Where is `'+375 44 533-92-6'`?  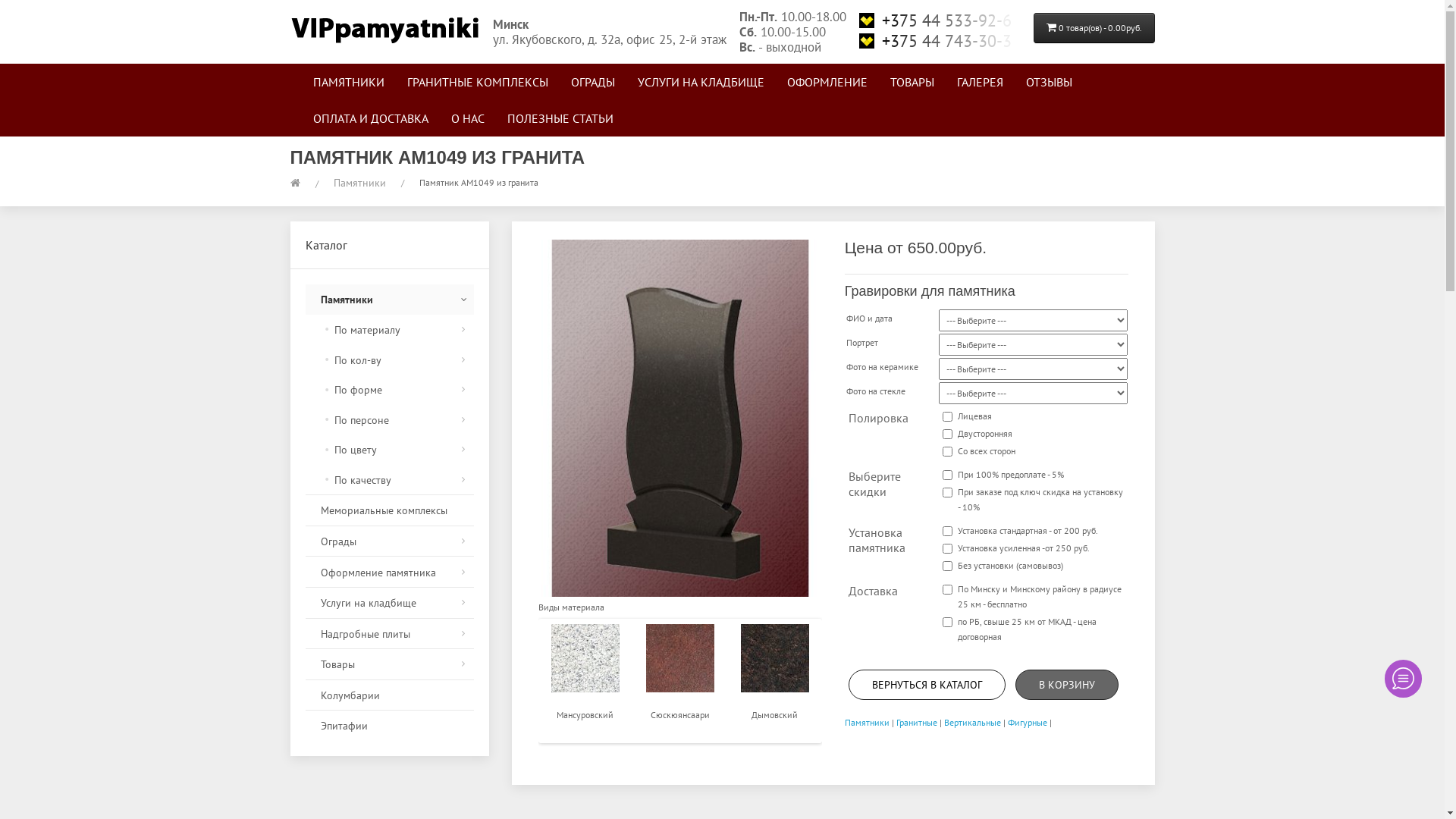
'+375 44 533-92-6' is located at coordinates (938, 20).